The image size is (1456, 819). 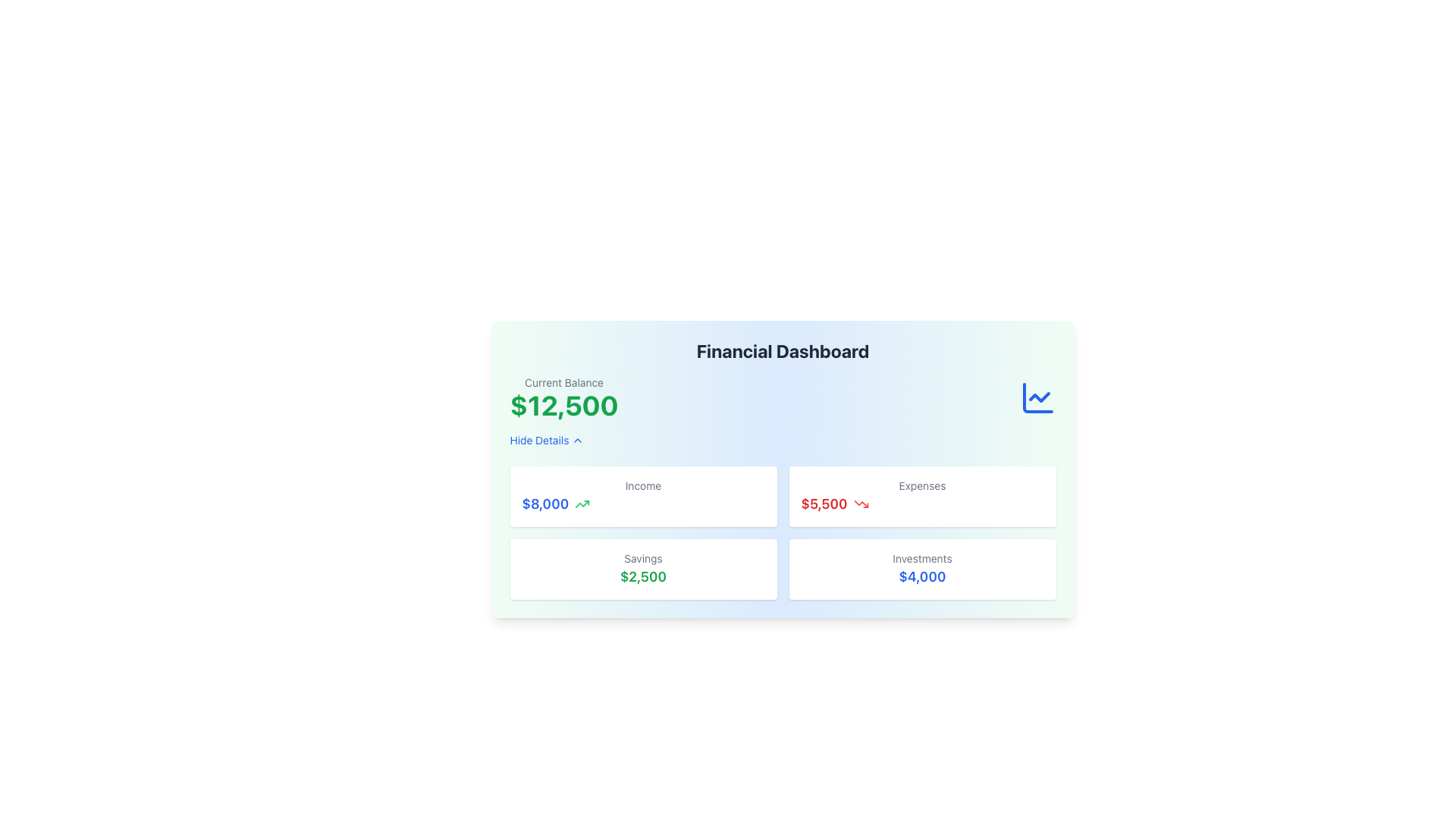 I want to click on the small blue line chart graphical icon located in the top-right corner of the dashboard, adjacent to the title 'Financial Dashboard', so click(x=1037, y=397).